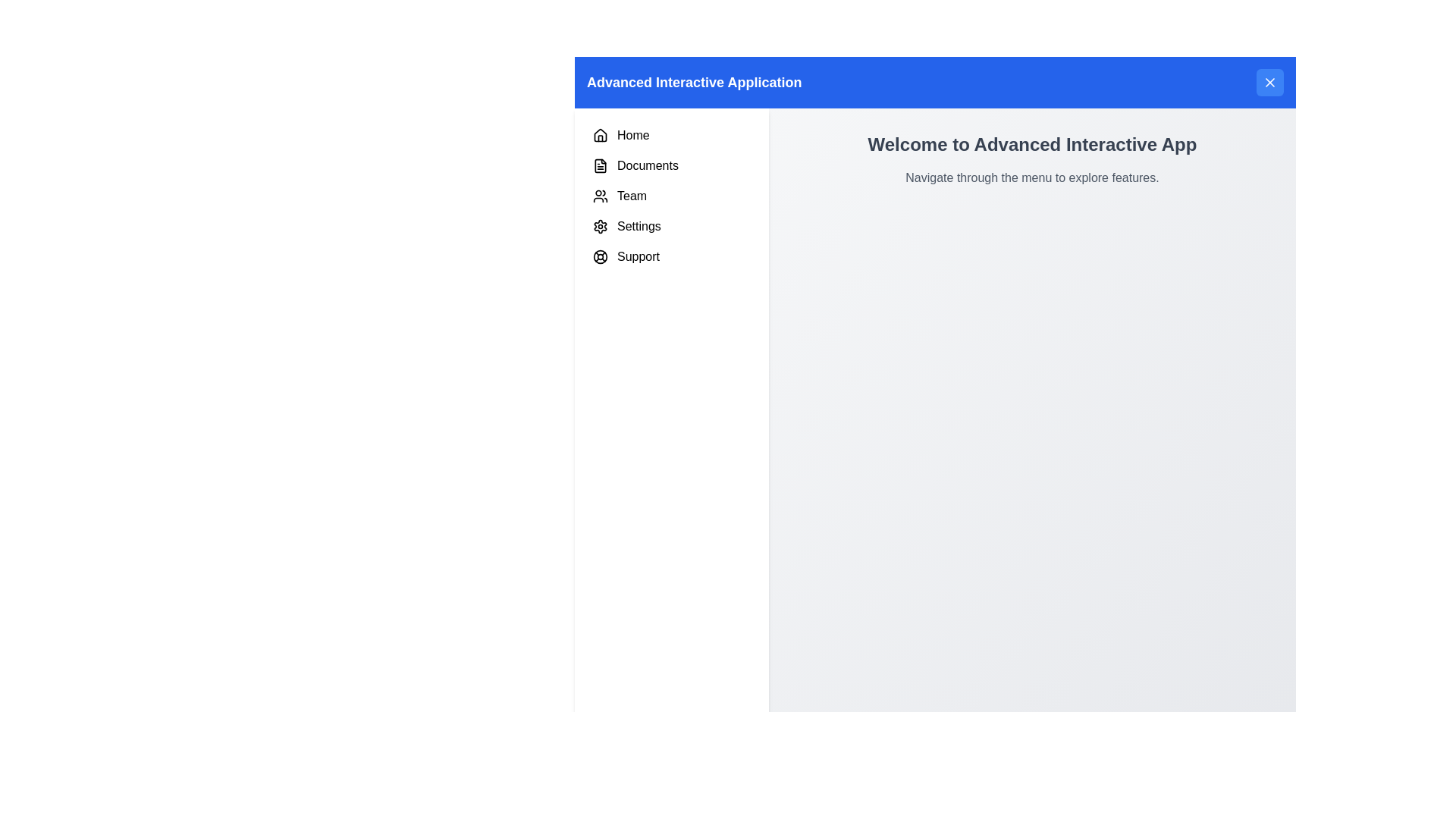 The height and width of the screenshot is (819, 1456). Describe the element at coordinates (600, 134) in the screenshot. I see `the small house icon in the sidebar menu next to the 'Home' text label` at that location.